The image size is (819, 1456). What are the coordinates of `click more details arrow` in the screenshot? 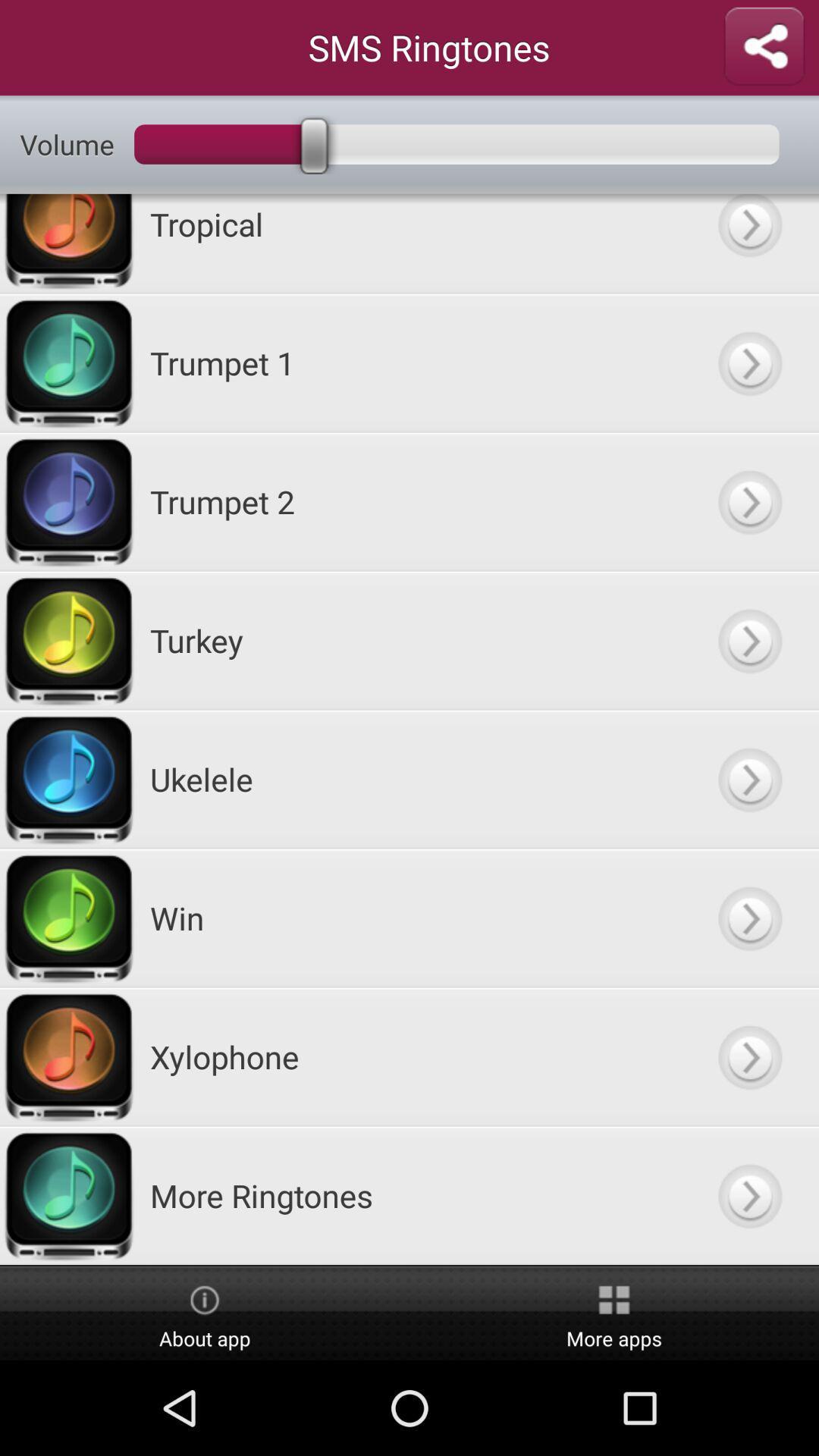 It's located at (748, 917).